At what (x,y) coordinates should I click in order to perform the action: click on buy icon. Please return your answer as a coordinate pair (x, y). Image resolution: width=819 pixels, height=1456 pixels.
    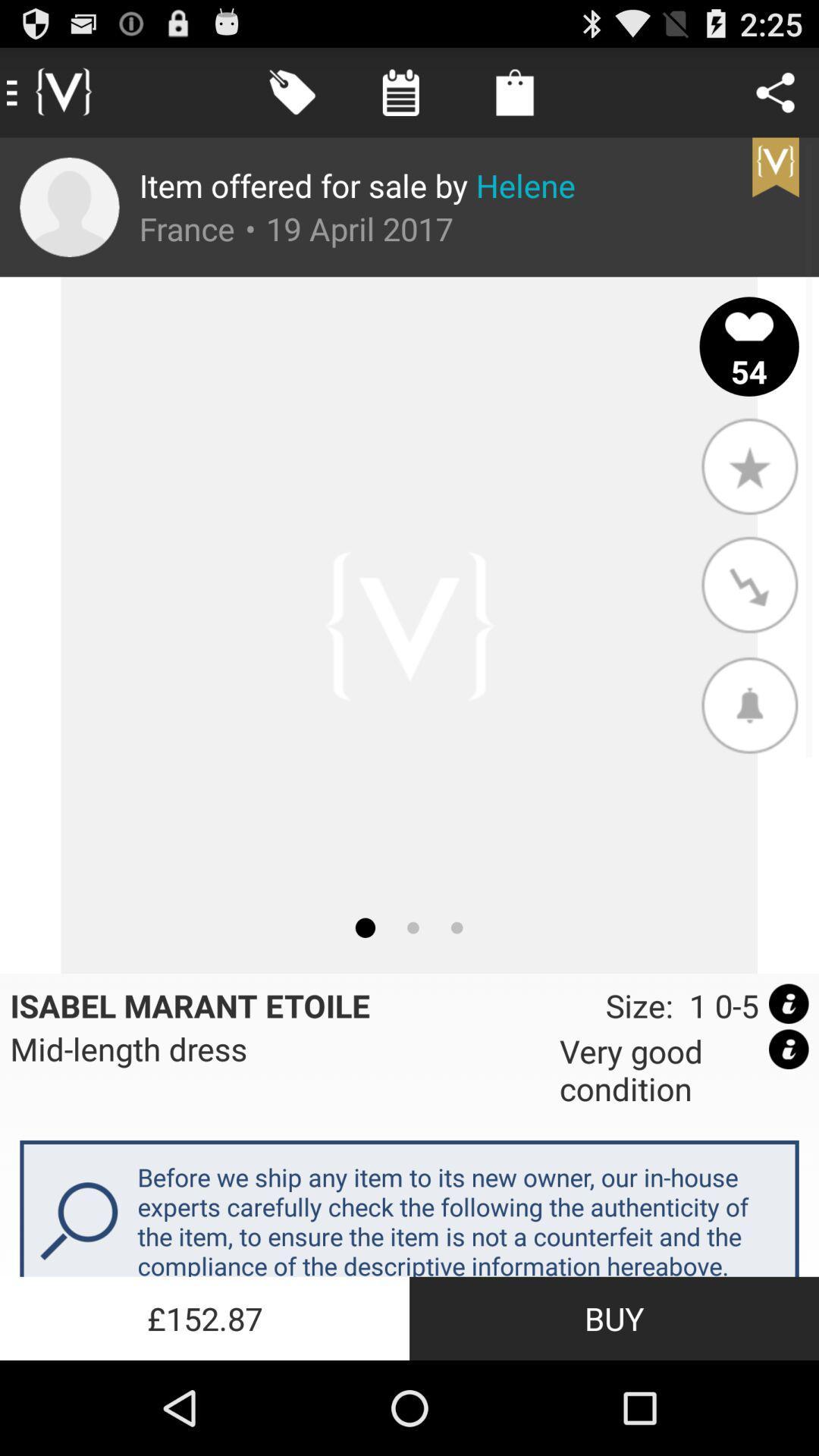
    Looking at the image, I should click on (614, 1317).